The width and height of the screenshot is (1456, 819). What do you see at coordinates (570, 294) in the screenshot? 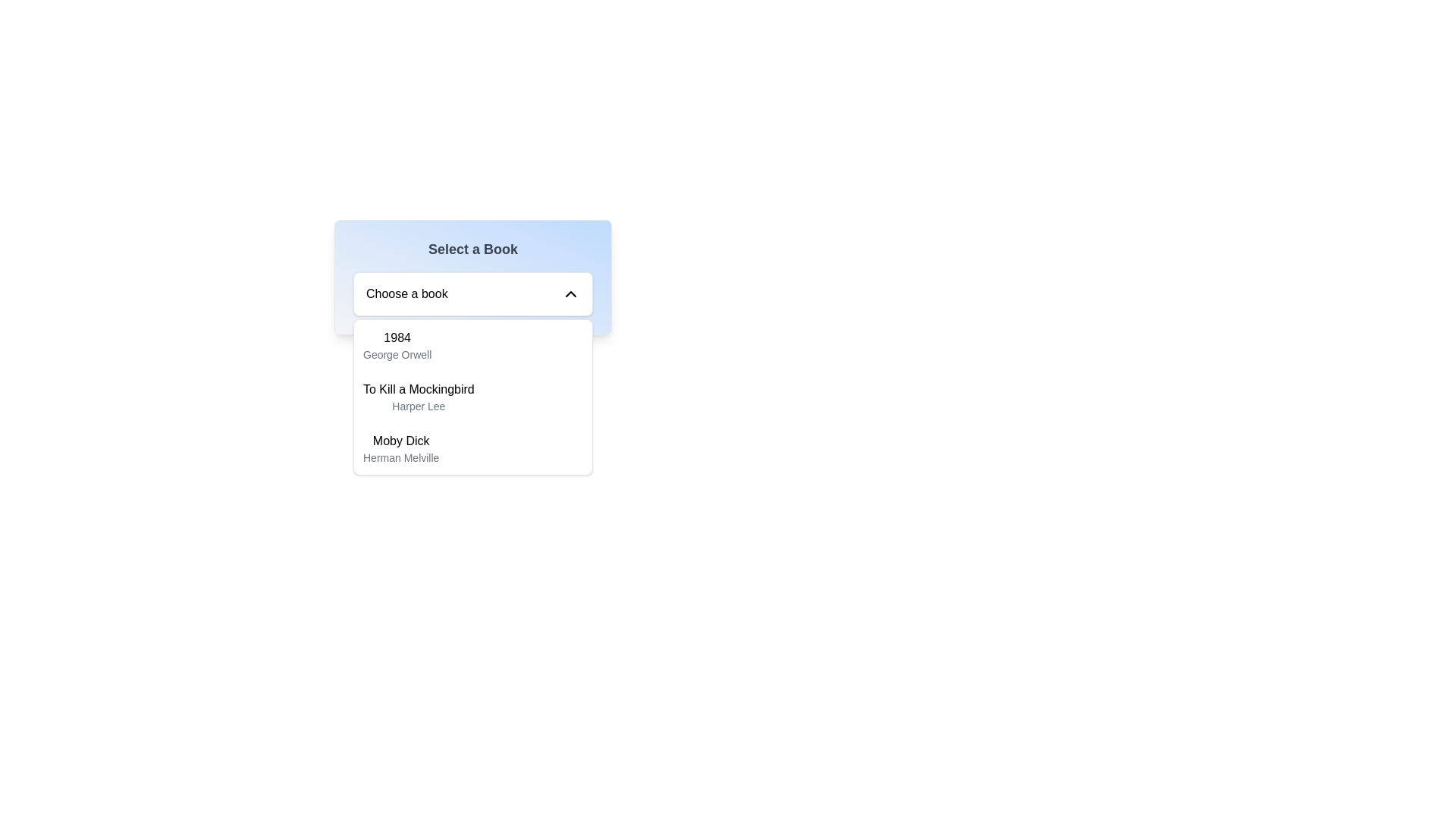
I see `the upward-pointing chevron icon located within the 'Choose a book' dropdown field` at bounding box center [570, 294].